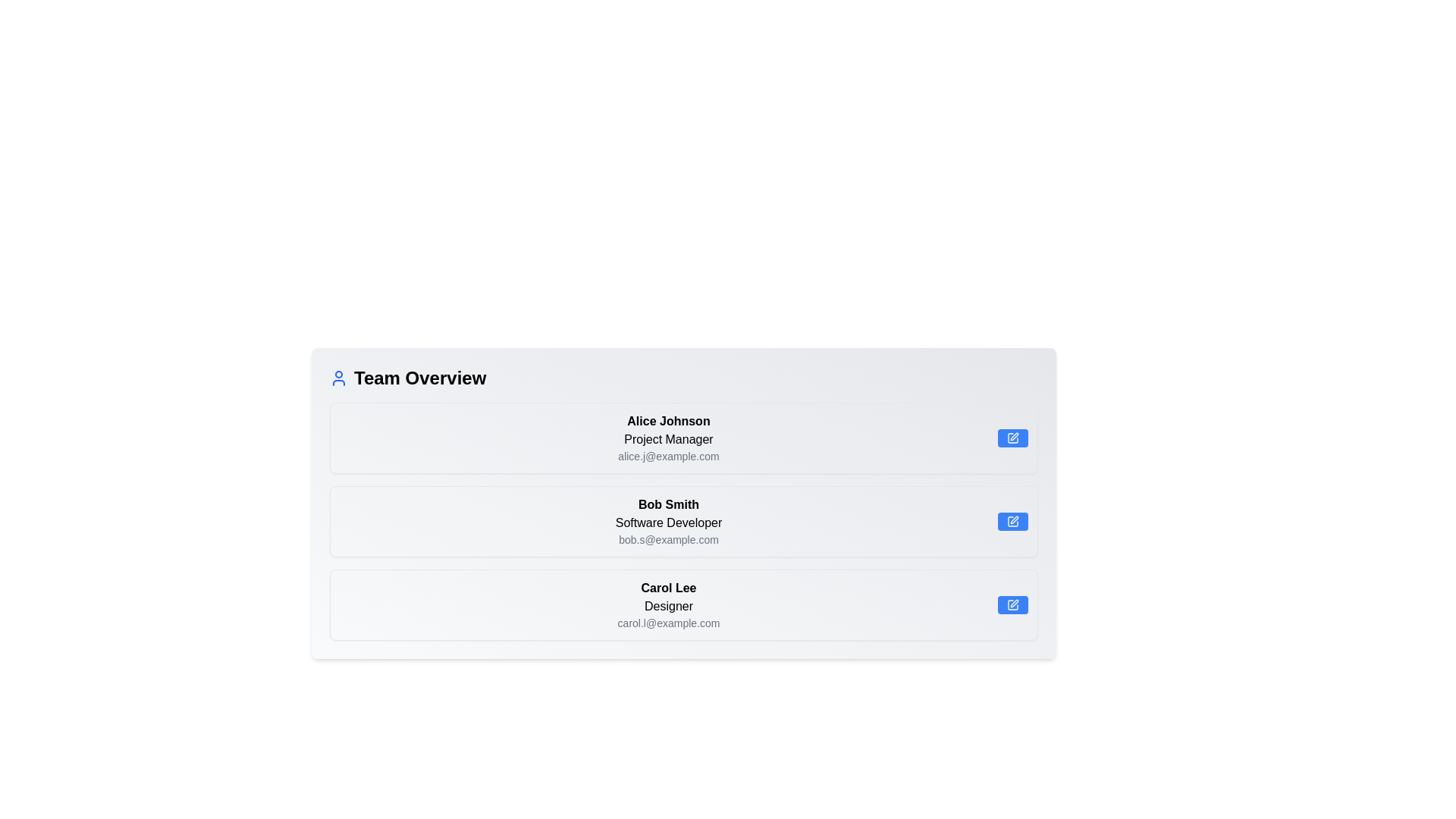  I want to click on the 'Designer' label text that describes the role of 'Carol Lee' in the Team Overview section, positioned directly below 'Carol Lee' and above 'carol.l@example.com', so click(668, 605).